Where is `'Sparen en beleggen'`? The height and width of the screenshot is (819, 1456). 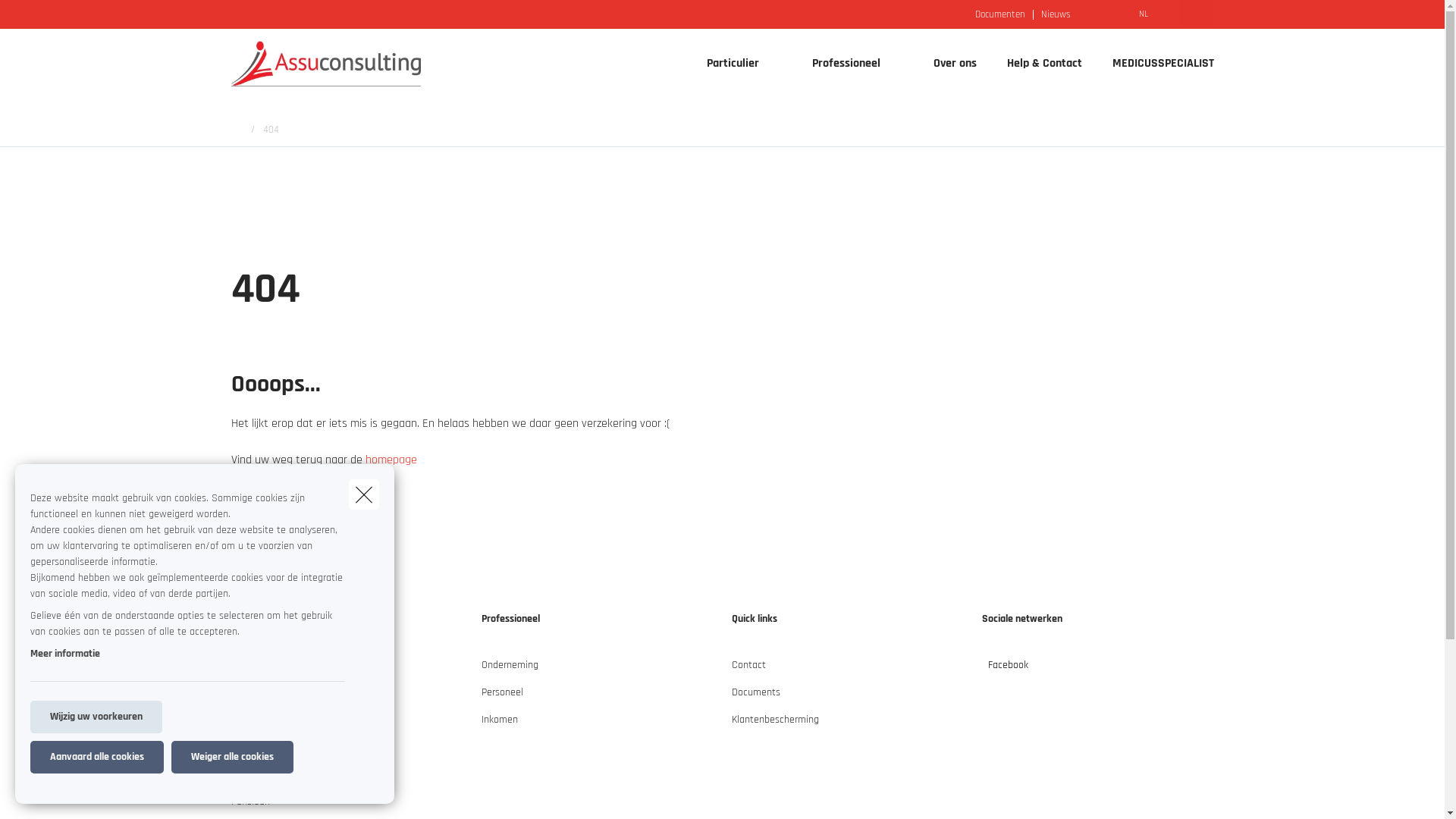
'Sparen en beleggen' is located at coordinates (229, 780).